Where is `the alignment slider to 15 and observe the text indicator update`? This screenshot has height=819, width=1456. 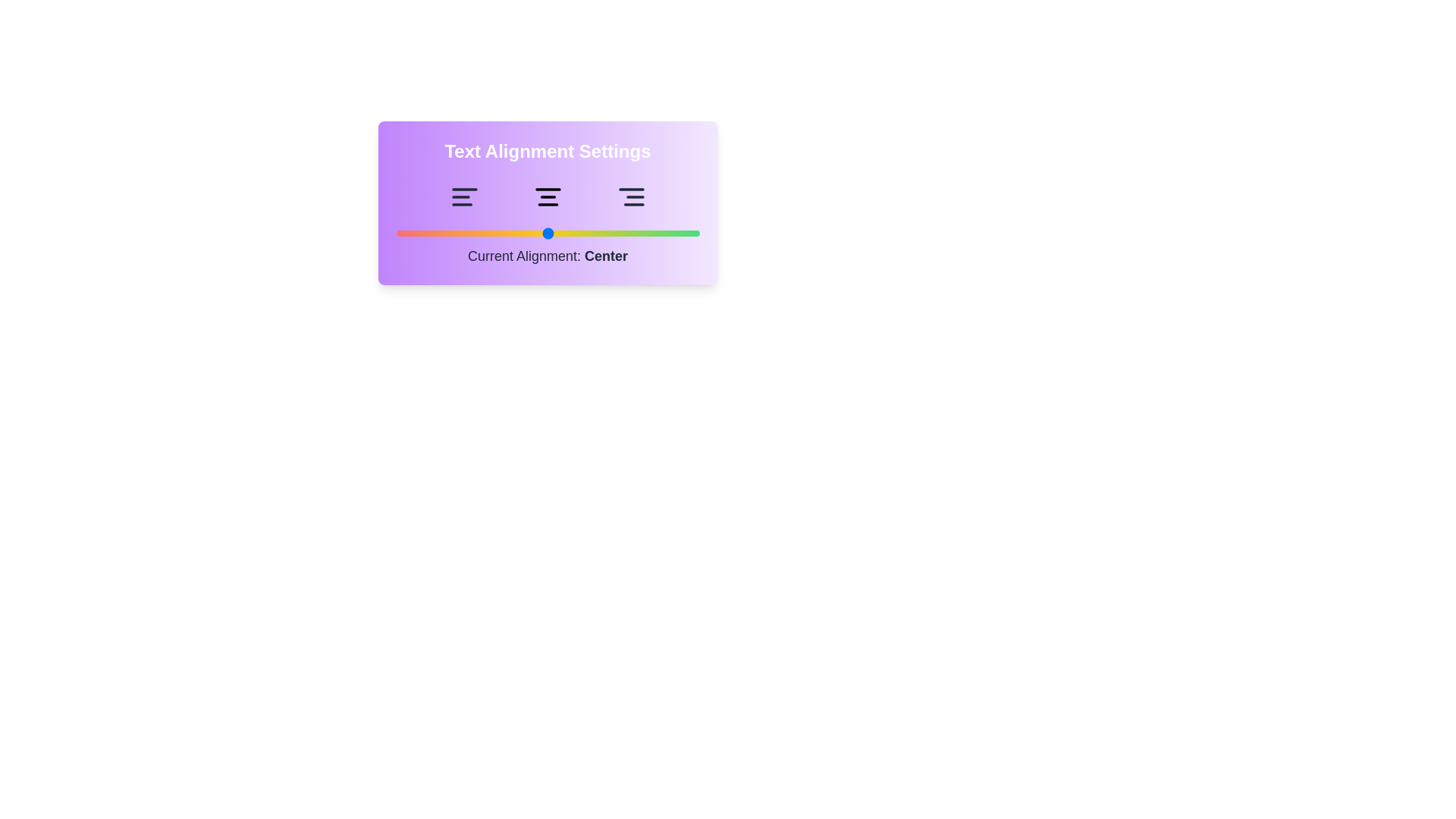 the alignment slider to 15 and observe the text indicator update is located at coordinates (441, 234).